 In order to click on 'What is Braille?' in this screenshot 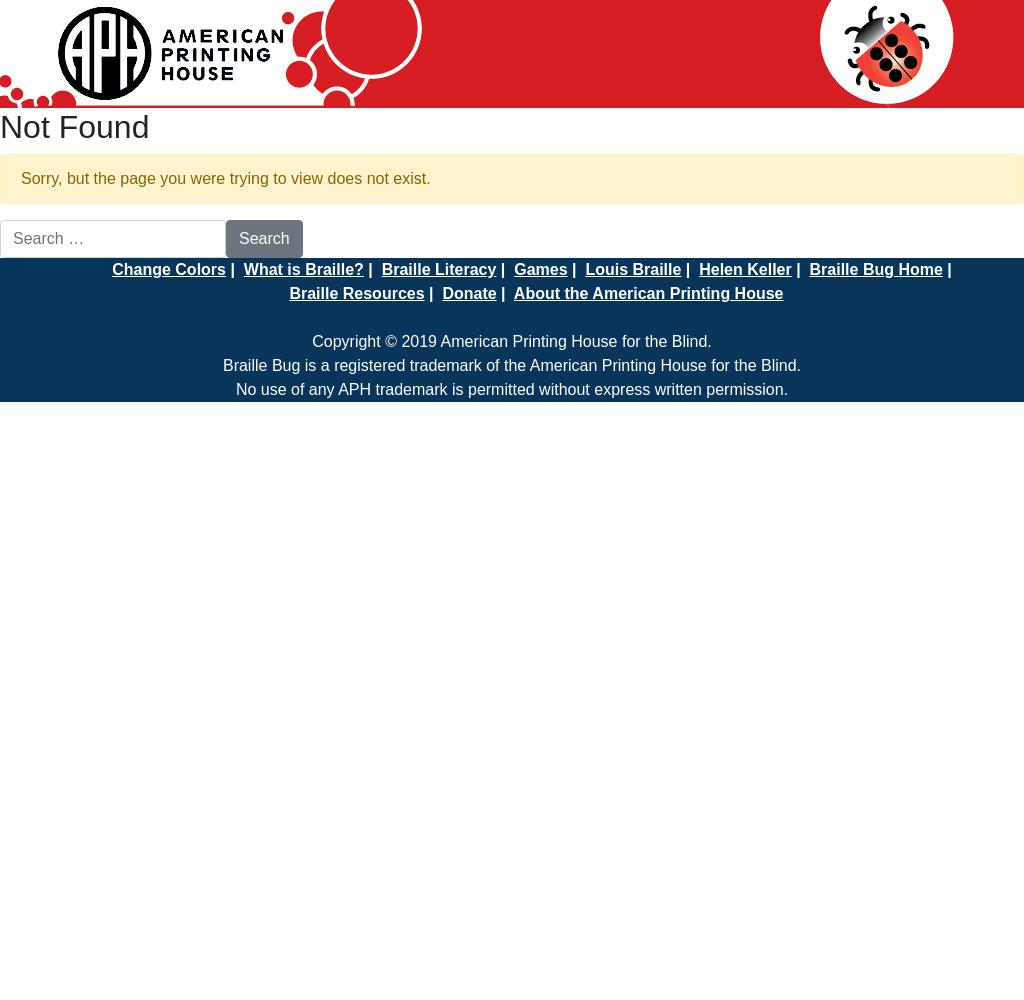, I will do `click(302, 269)`.